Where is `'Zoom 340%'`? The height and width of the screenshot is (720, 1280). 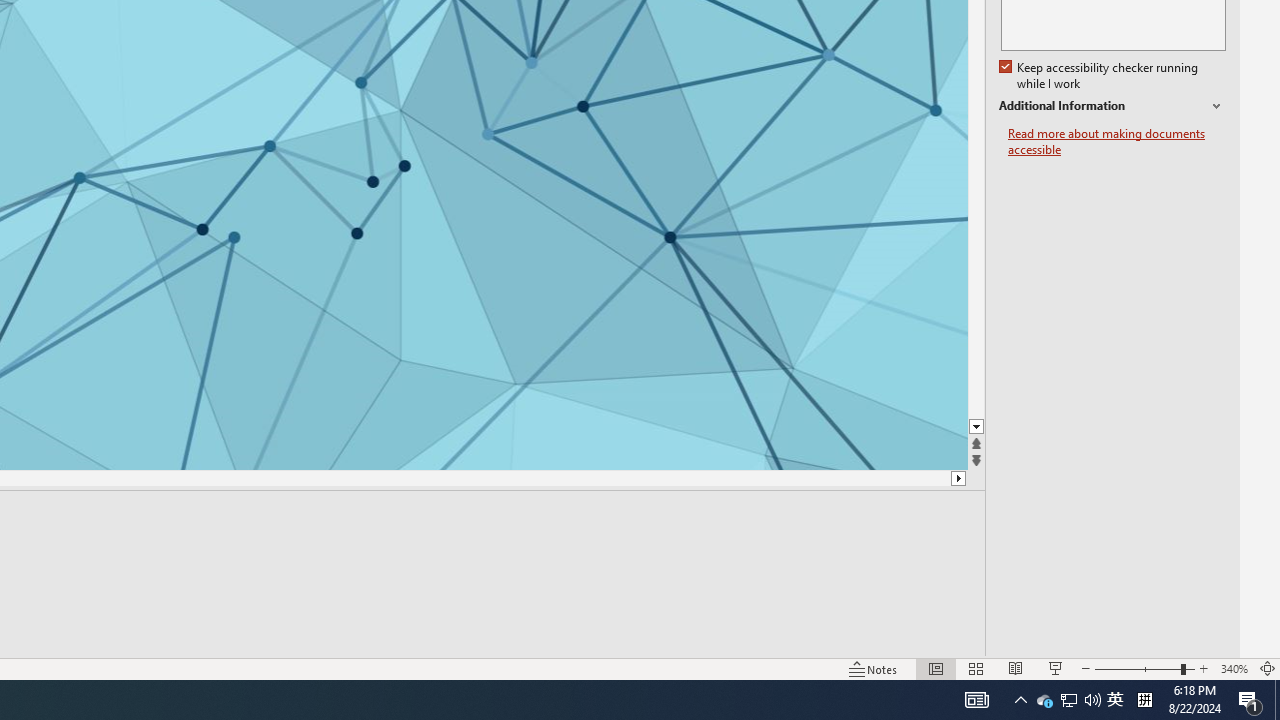 'Zoom 340%' is located at coordinates (1233, 669).